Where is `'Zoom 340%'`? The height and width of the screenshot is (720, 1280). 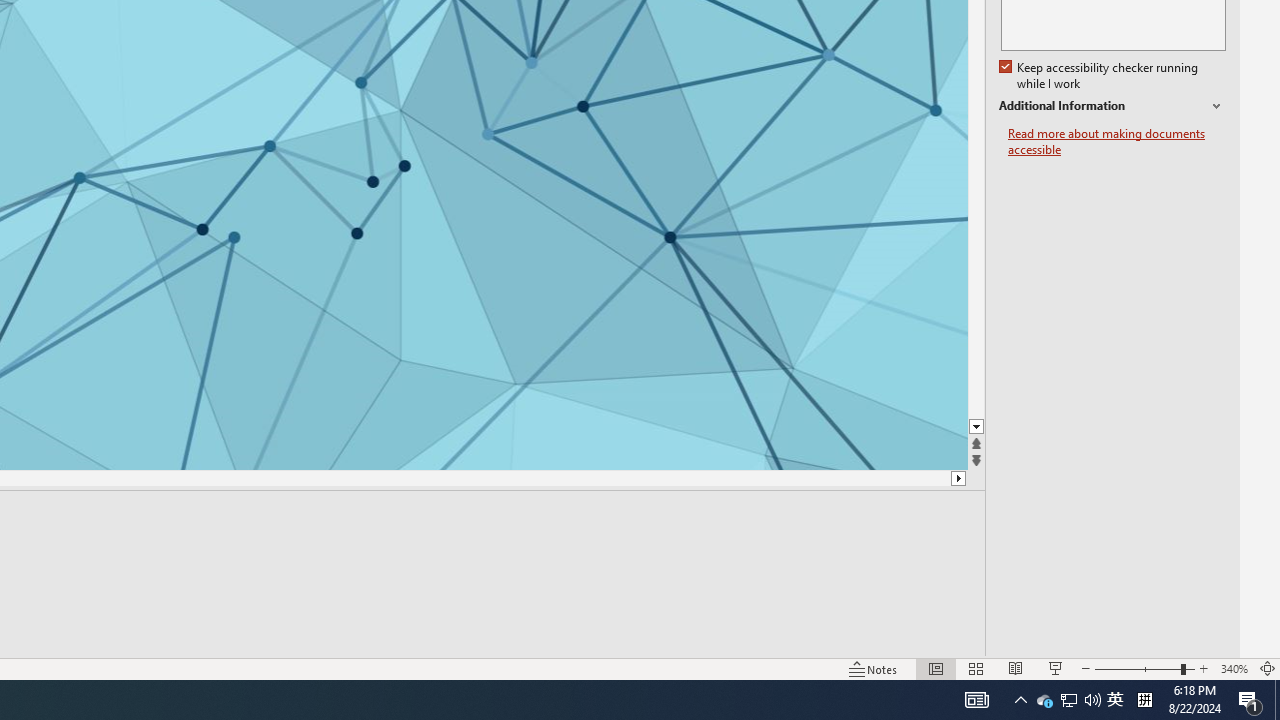 'Zoom 340%' is located at coordinates (1233, 669).